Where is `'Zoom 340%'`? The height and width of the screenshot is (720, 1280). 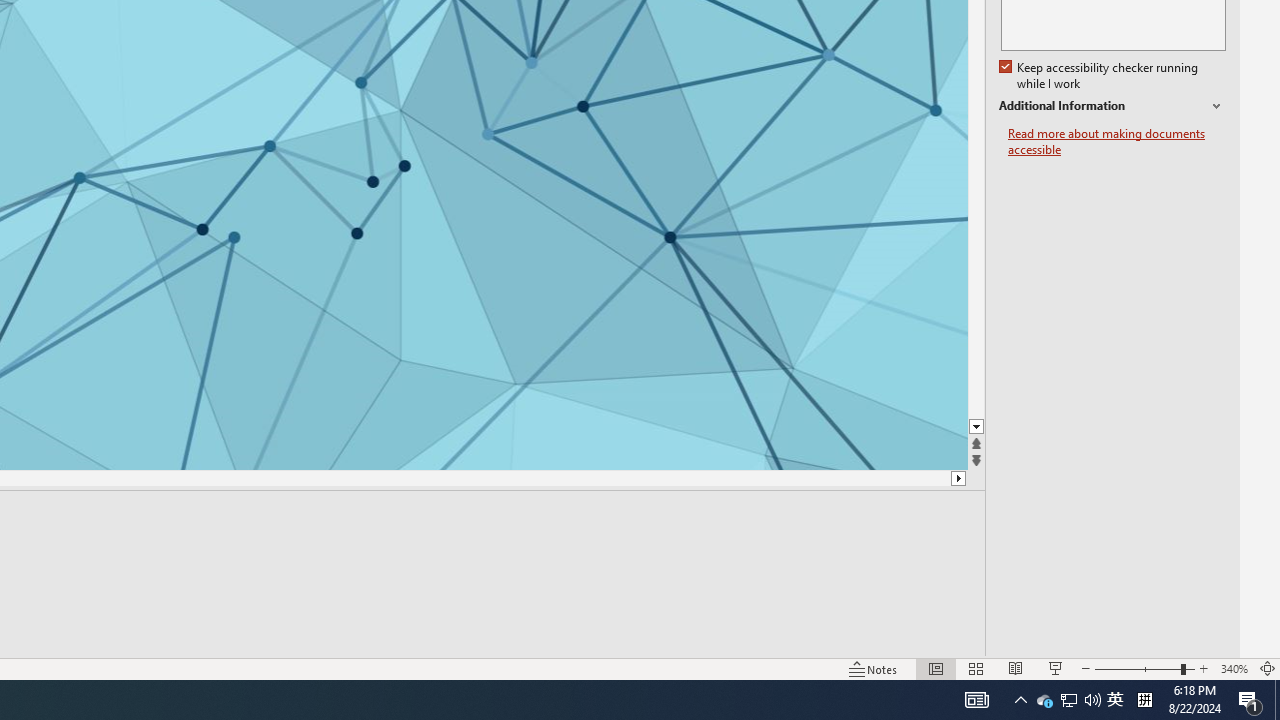 'Zoom 340%' is located at coordinates (1233, 669).